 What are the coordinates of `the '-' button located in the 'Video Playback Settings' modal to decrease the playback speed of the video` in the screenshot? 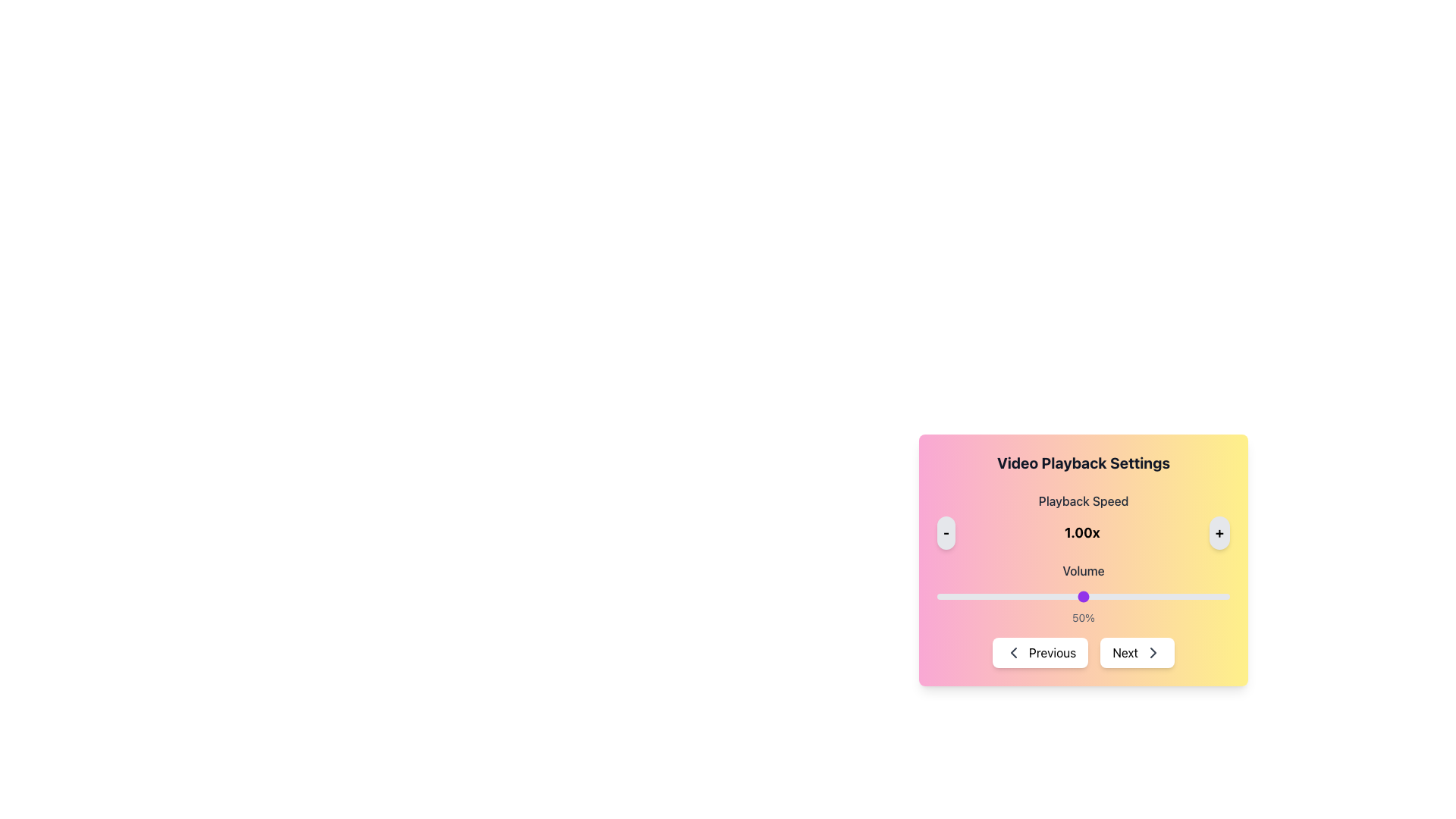 It's located at (946, 532).